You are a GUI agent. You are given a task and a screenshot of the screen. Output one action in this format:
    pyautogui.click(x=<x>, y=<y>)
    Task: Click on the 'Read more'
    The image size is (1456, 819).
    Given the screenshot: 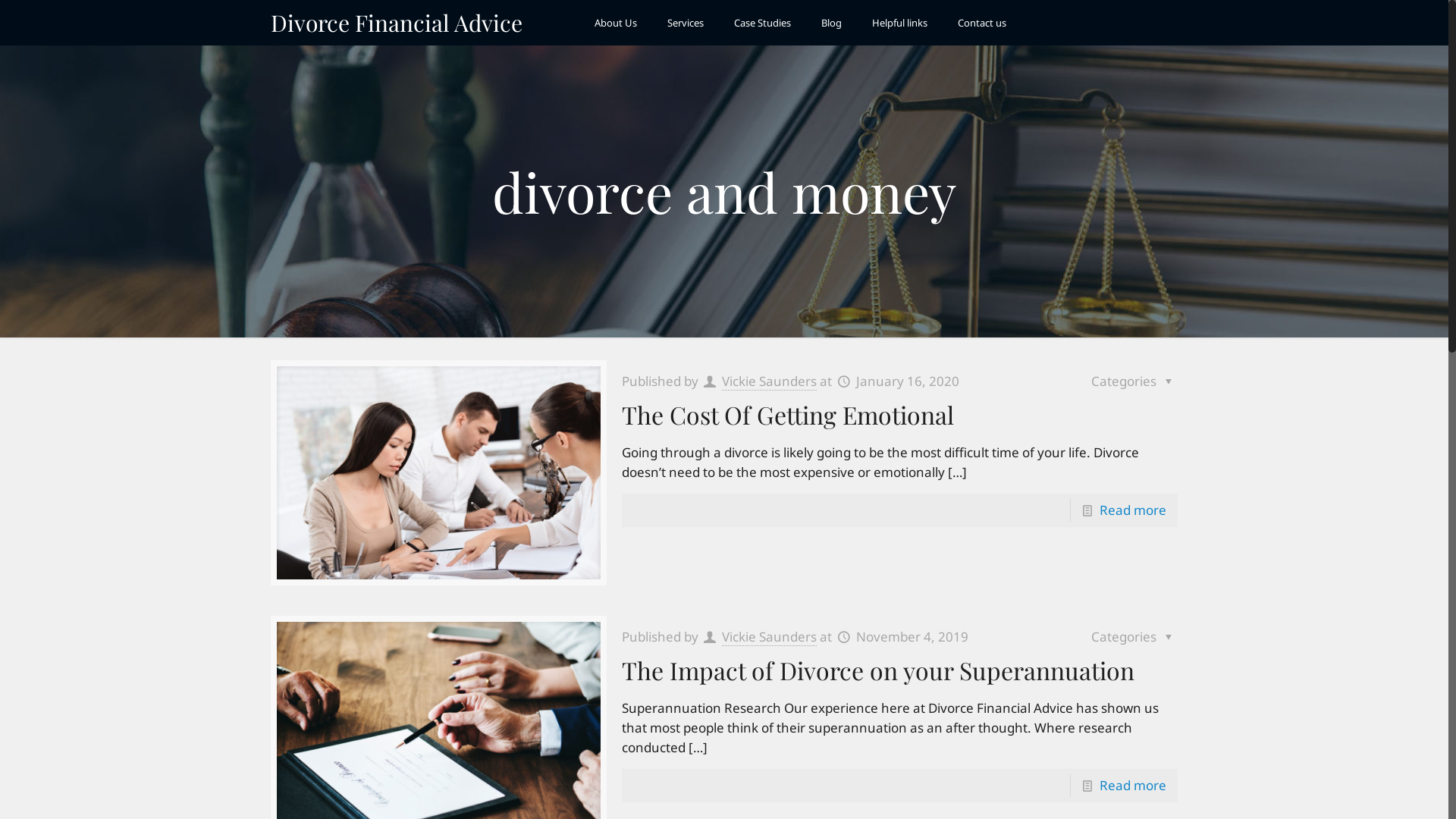 What is the action you would take?
    pyautogui.click(x=1099, y=510)
    